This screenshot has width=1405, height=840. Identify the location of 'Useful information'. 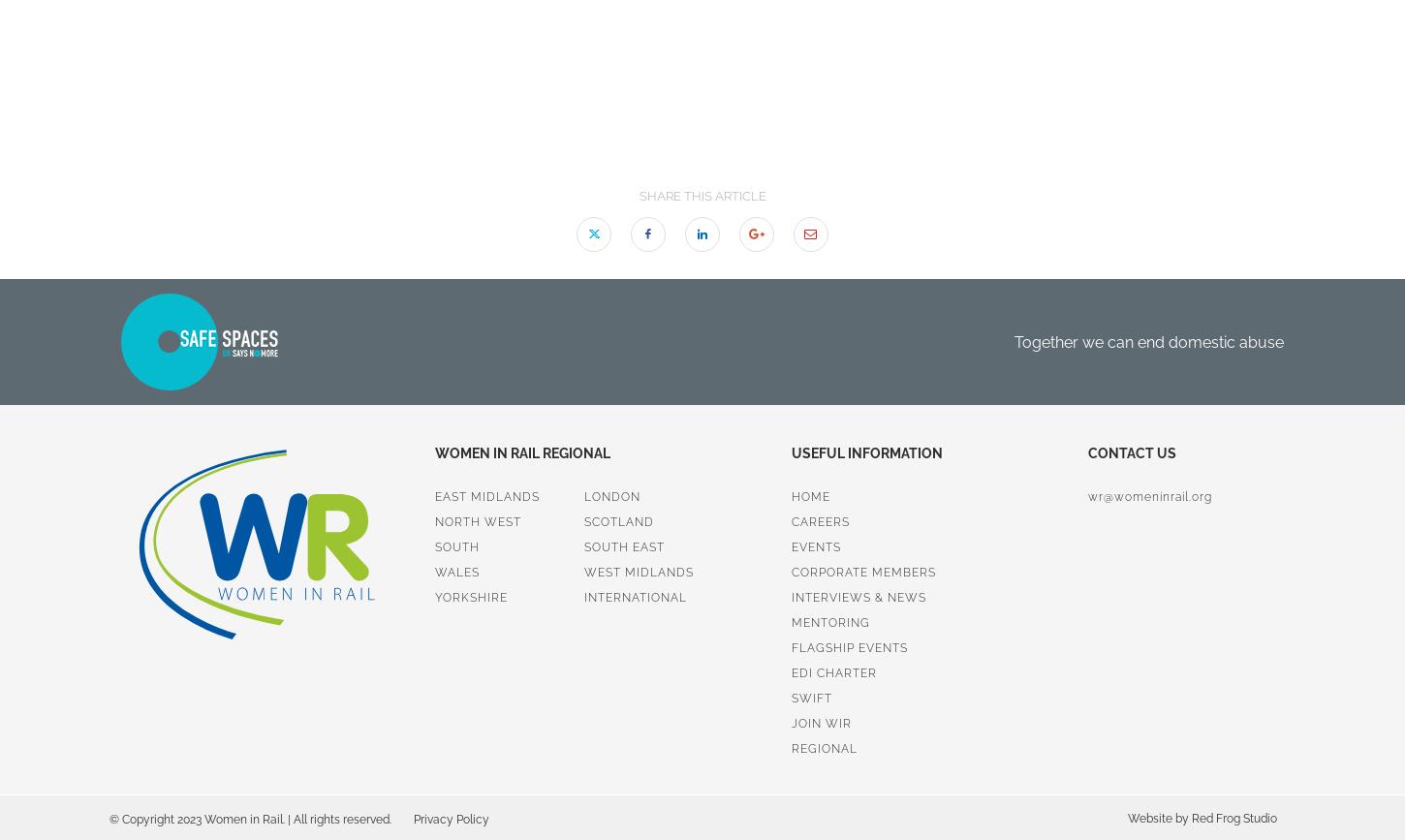
(865, 452).